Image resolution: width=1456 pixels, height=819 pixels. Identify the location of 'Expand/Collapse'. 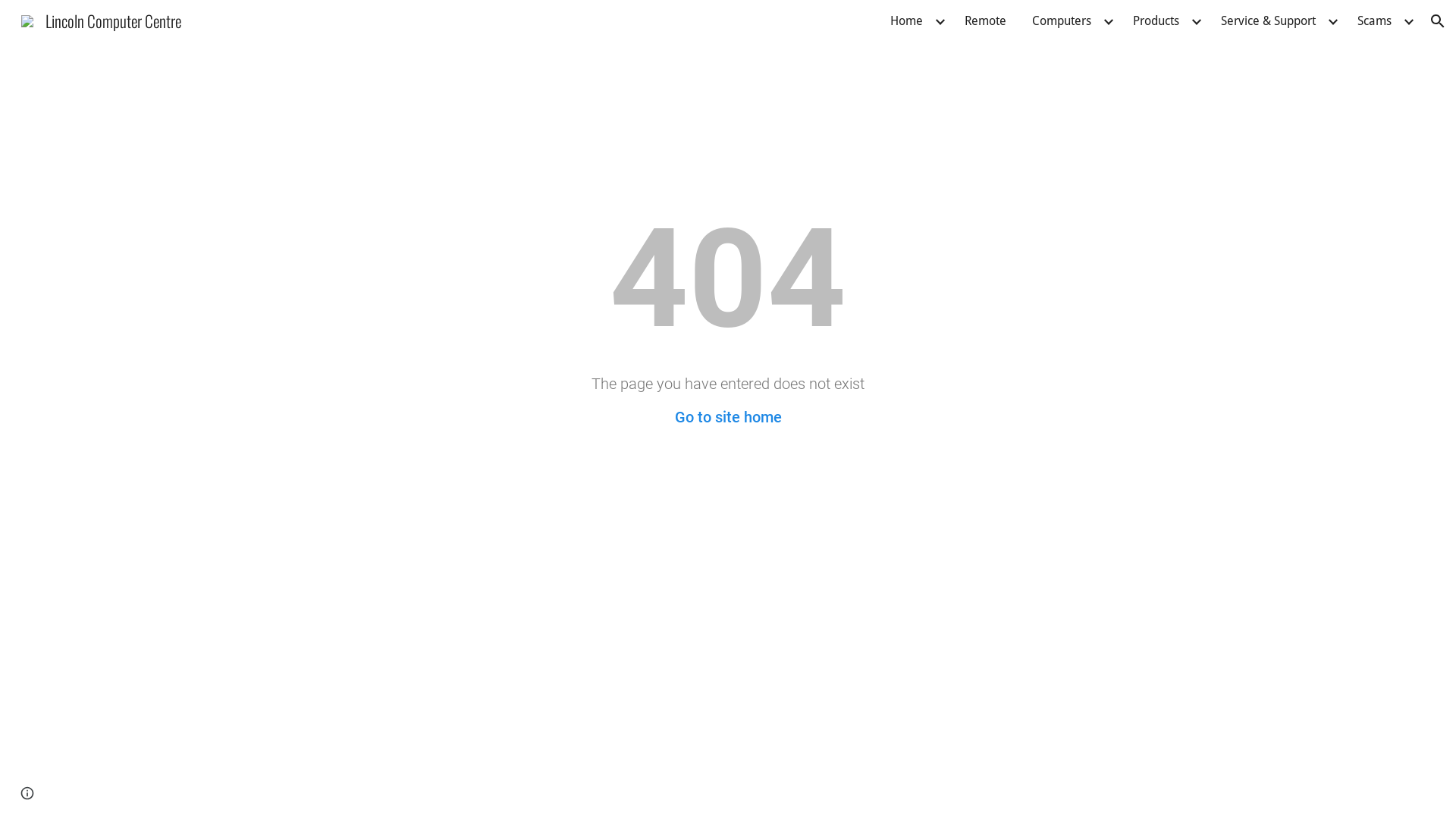
(1188, 20).